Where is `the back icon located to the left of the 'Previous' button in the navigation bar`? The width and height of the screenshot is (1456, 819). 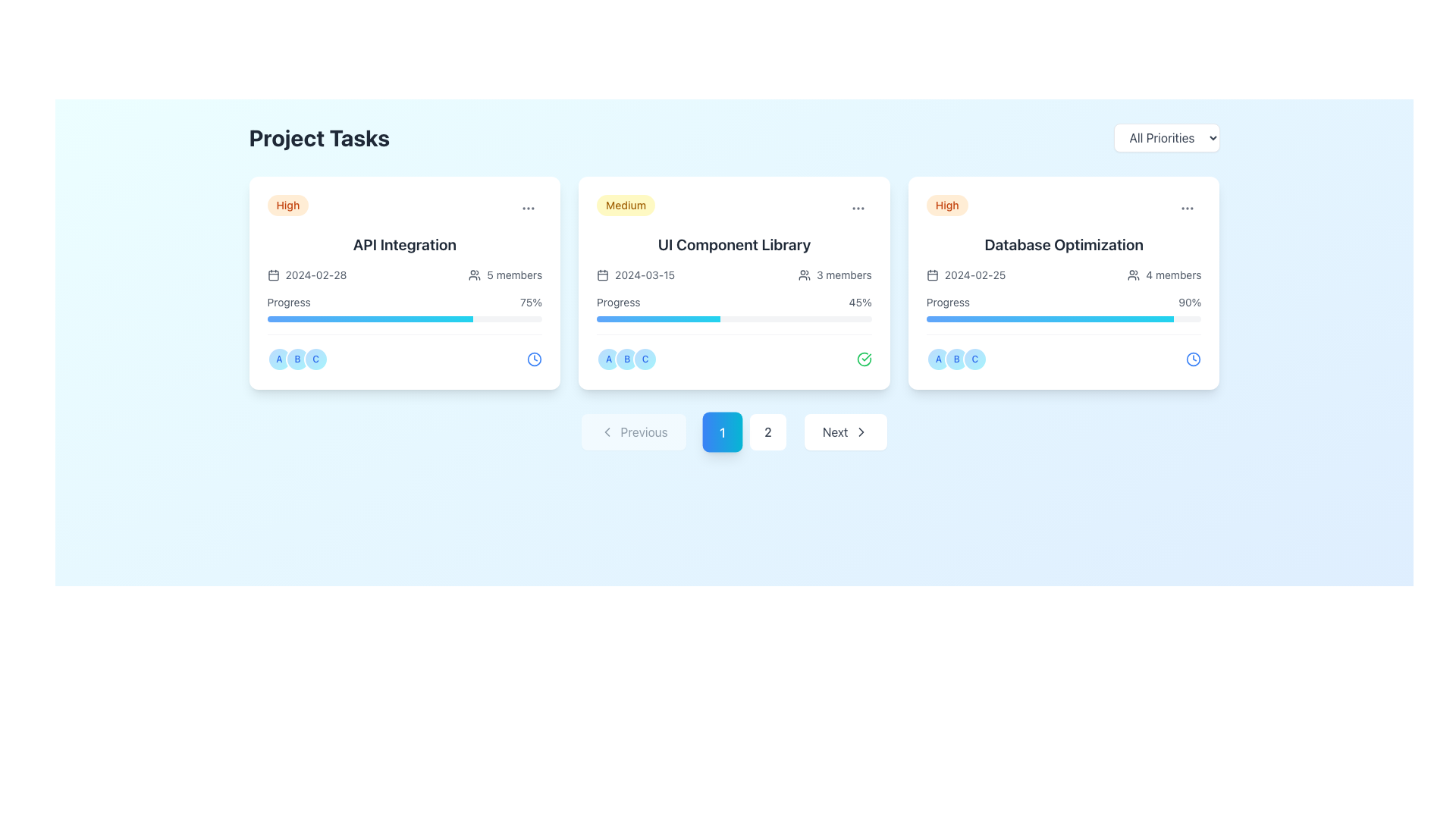 the back icon located to the left of the 'Previous' button in the navigation bar is located at coordinates (607, 432).